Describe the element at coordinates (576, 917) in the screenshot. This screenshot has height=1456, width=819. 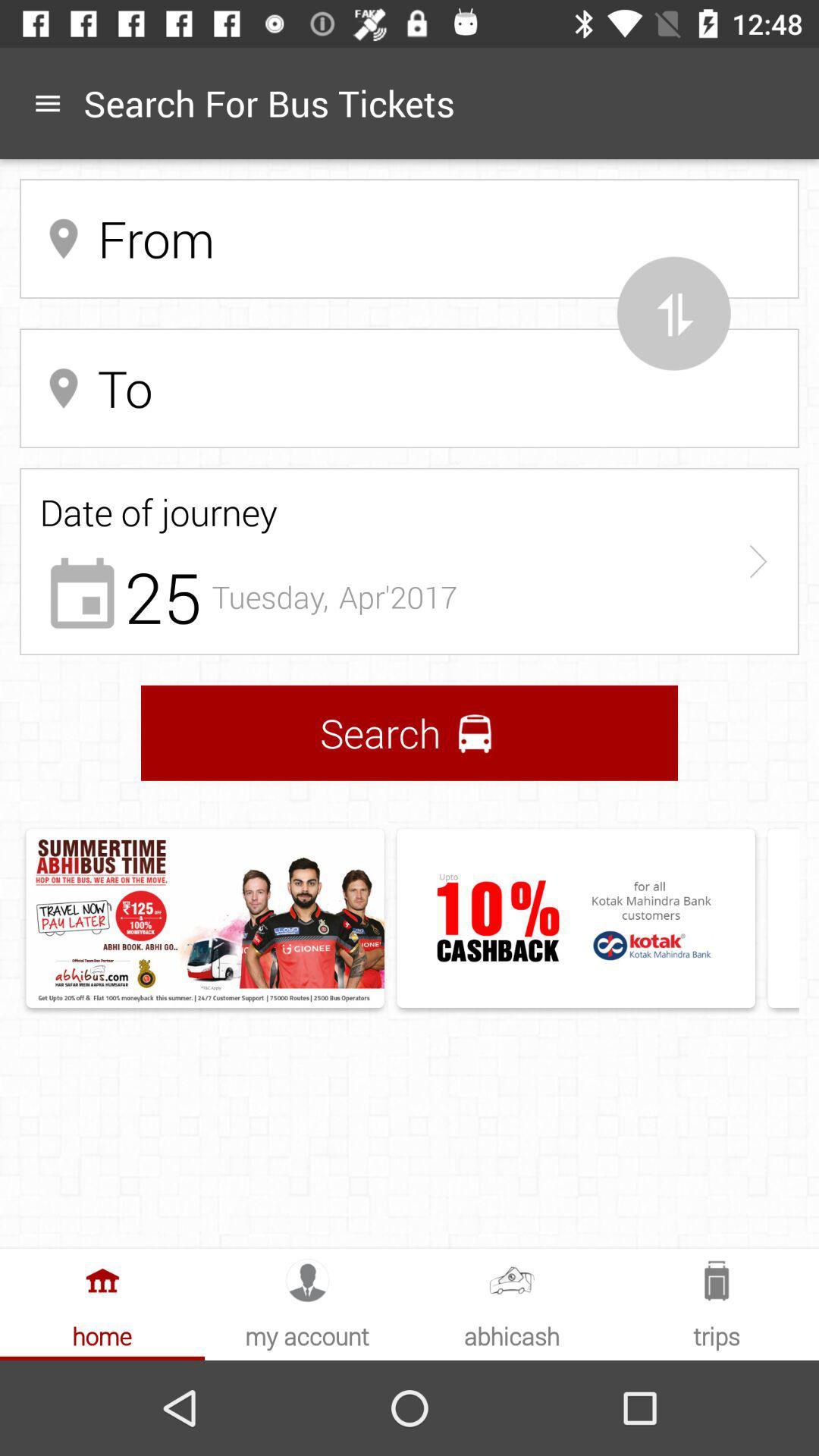
I see `the second image under the search` at that location.